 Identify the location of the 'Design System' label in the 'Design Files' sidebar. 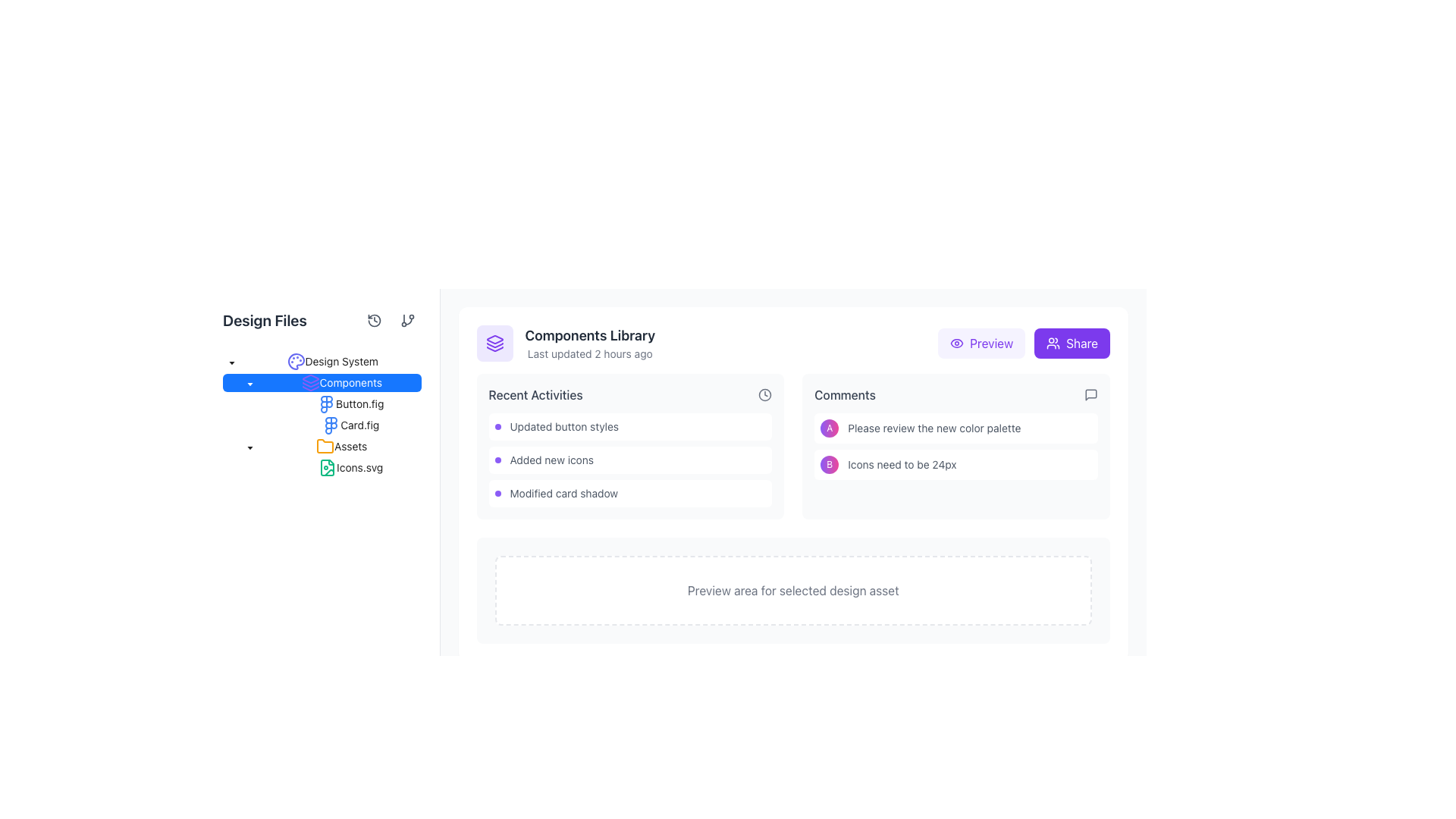
(340, 361).